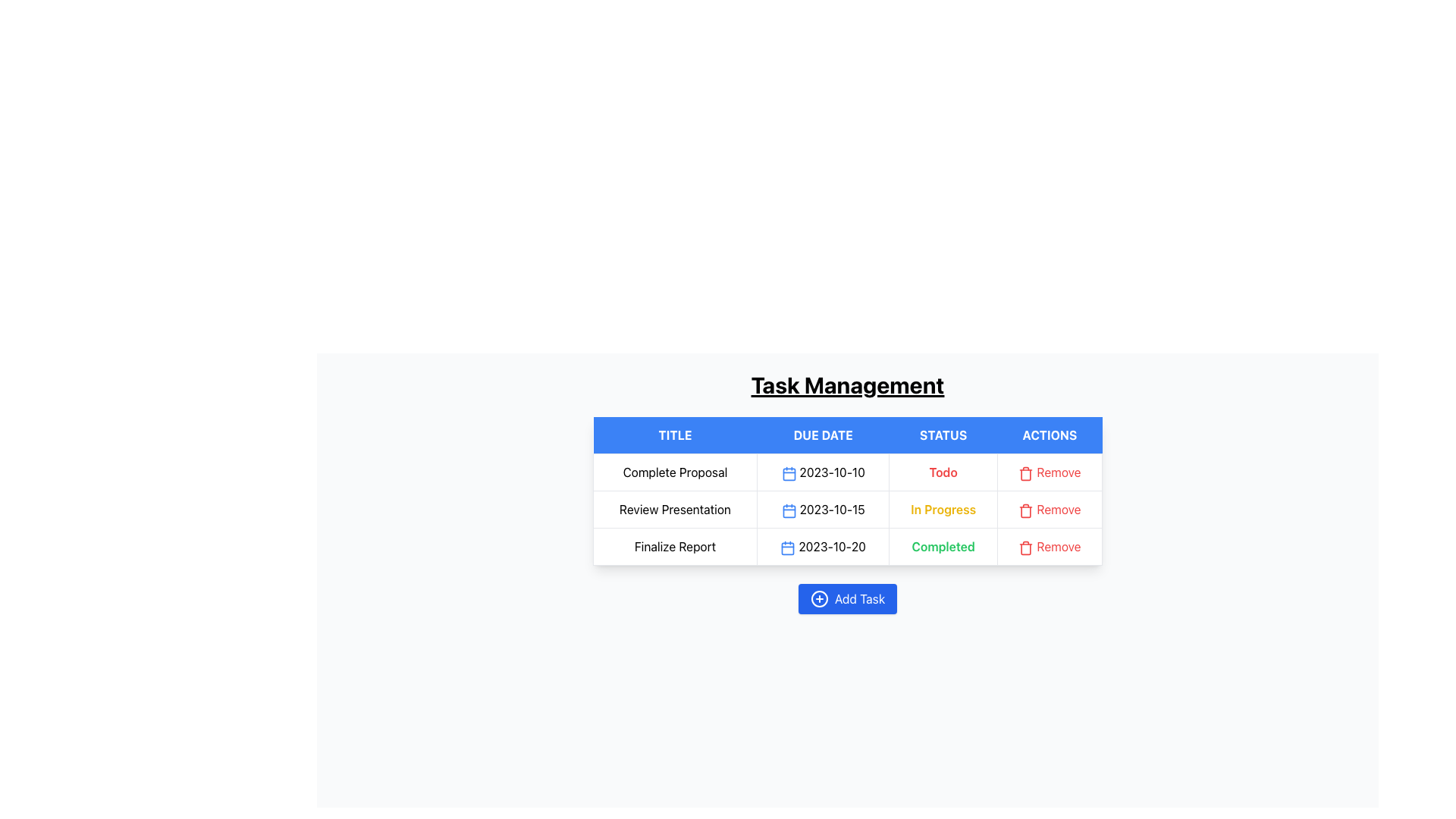 Image resolution: width=1456 pixels, height=819 pixels. I want to click on the small light blue calendar icon located in the 'Due Date' column of the table, corresponding to the 'Finalize Report' row, to potentially open a calendar or provide date details, so click(788, 548).